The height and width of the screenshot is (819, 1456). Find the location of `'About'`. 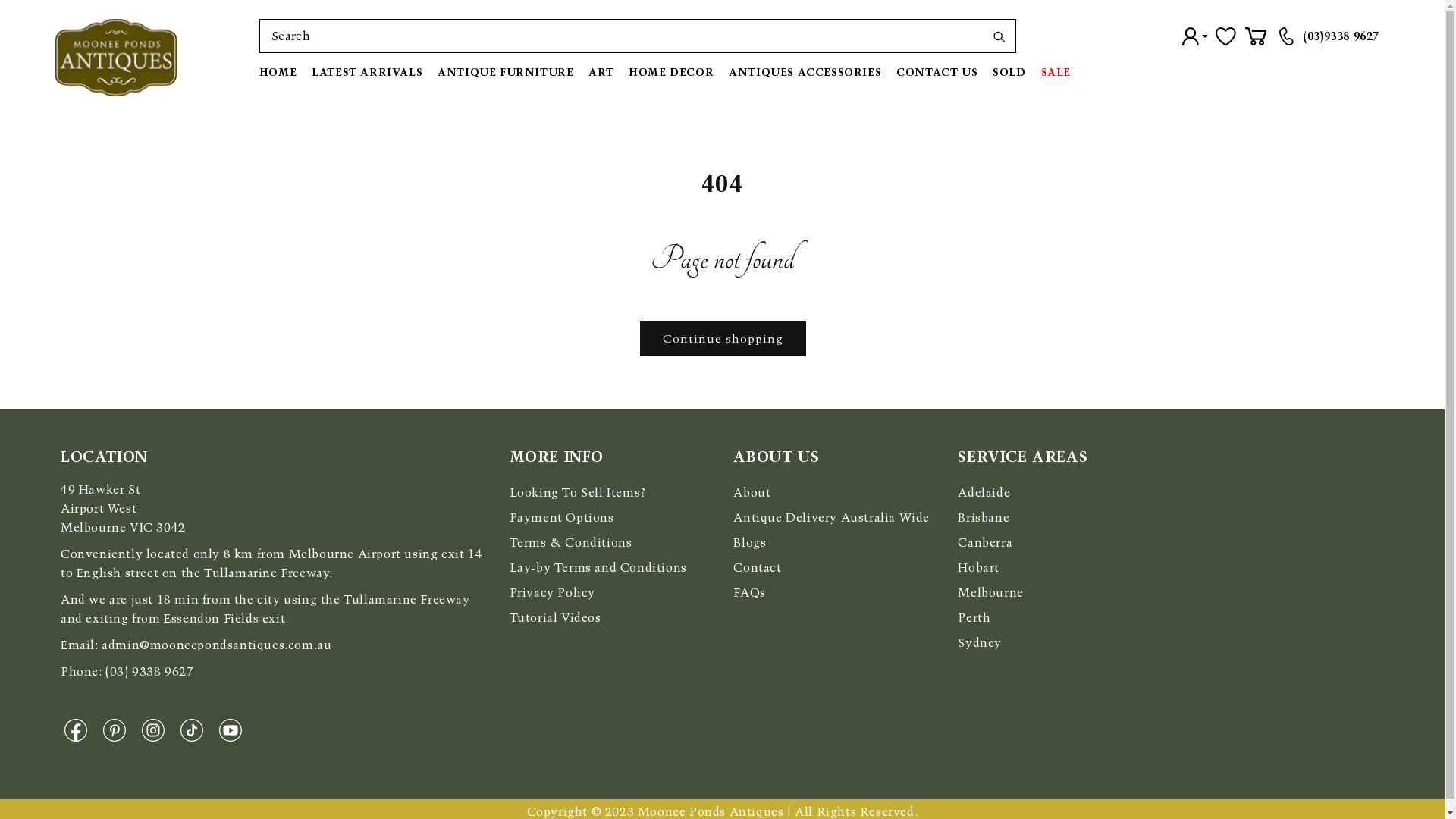

'About' is located at coordinates (733, 492).